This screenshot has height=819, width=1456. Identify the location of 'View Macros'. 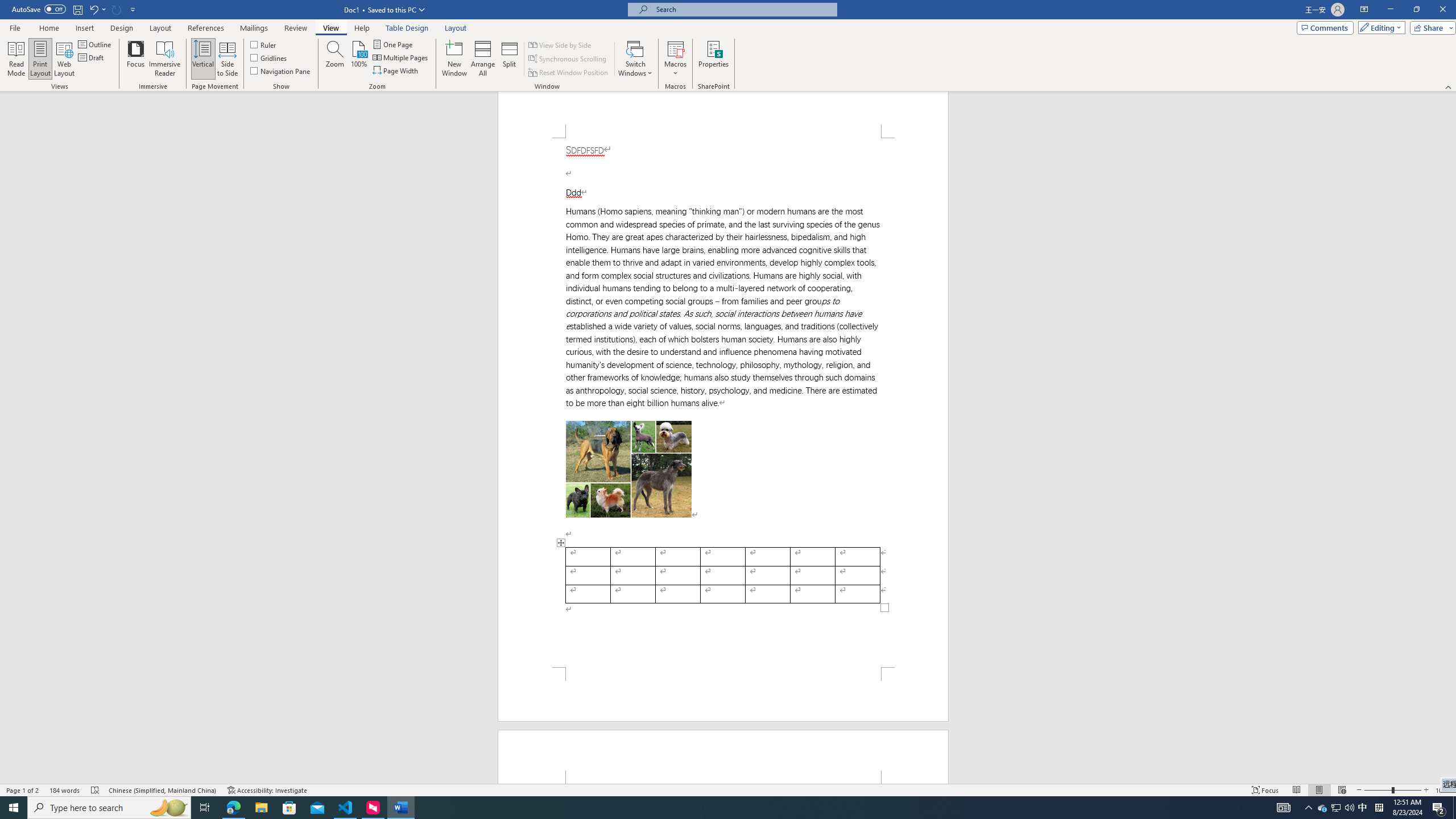
(675, 48).